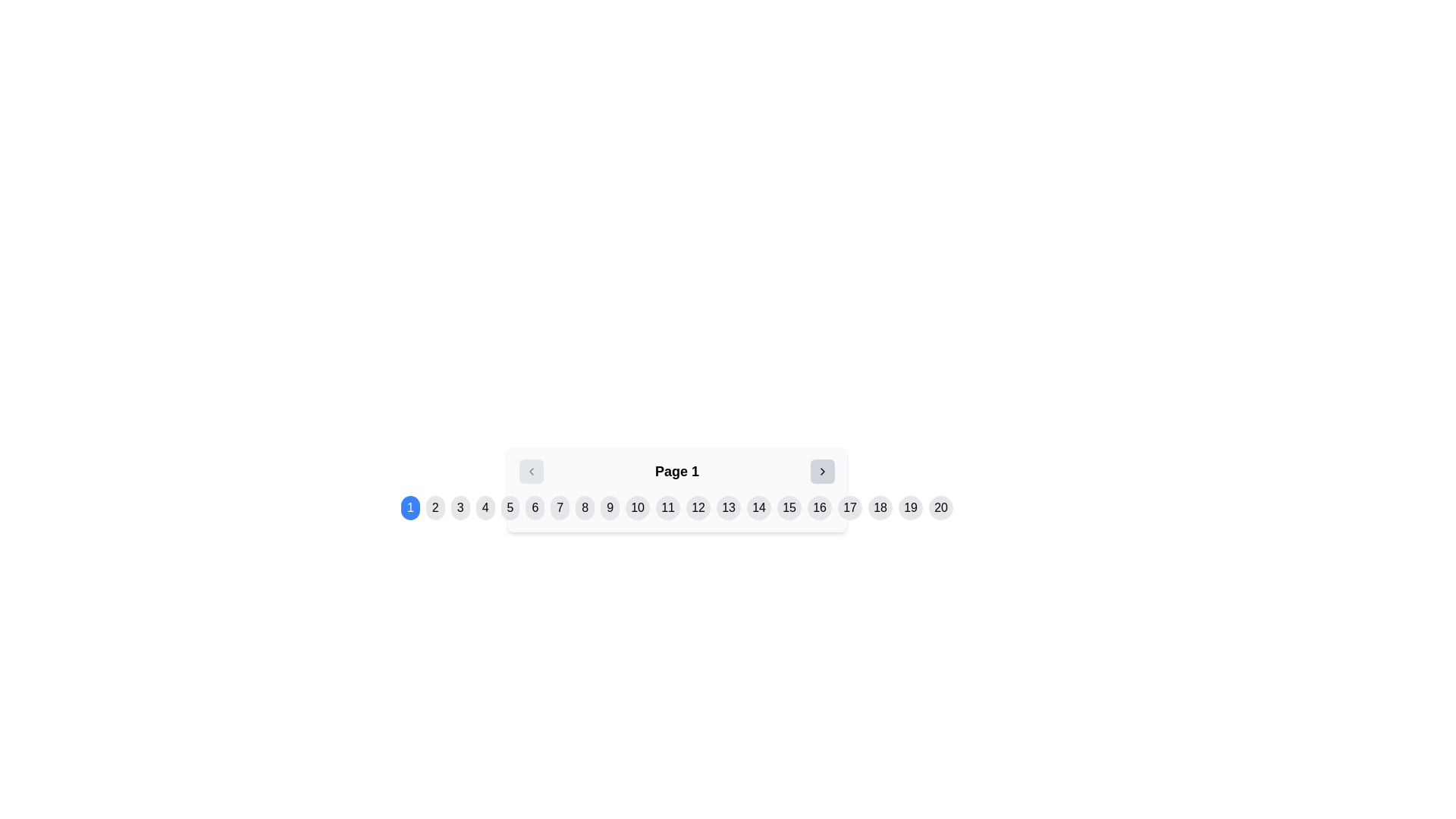  Describe the element at coordinates (584, 508) in the screenshot. I see `the eighth button in the horizontal row` at that location.